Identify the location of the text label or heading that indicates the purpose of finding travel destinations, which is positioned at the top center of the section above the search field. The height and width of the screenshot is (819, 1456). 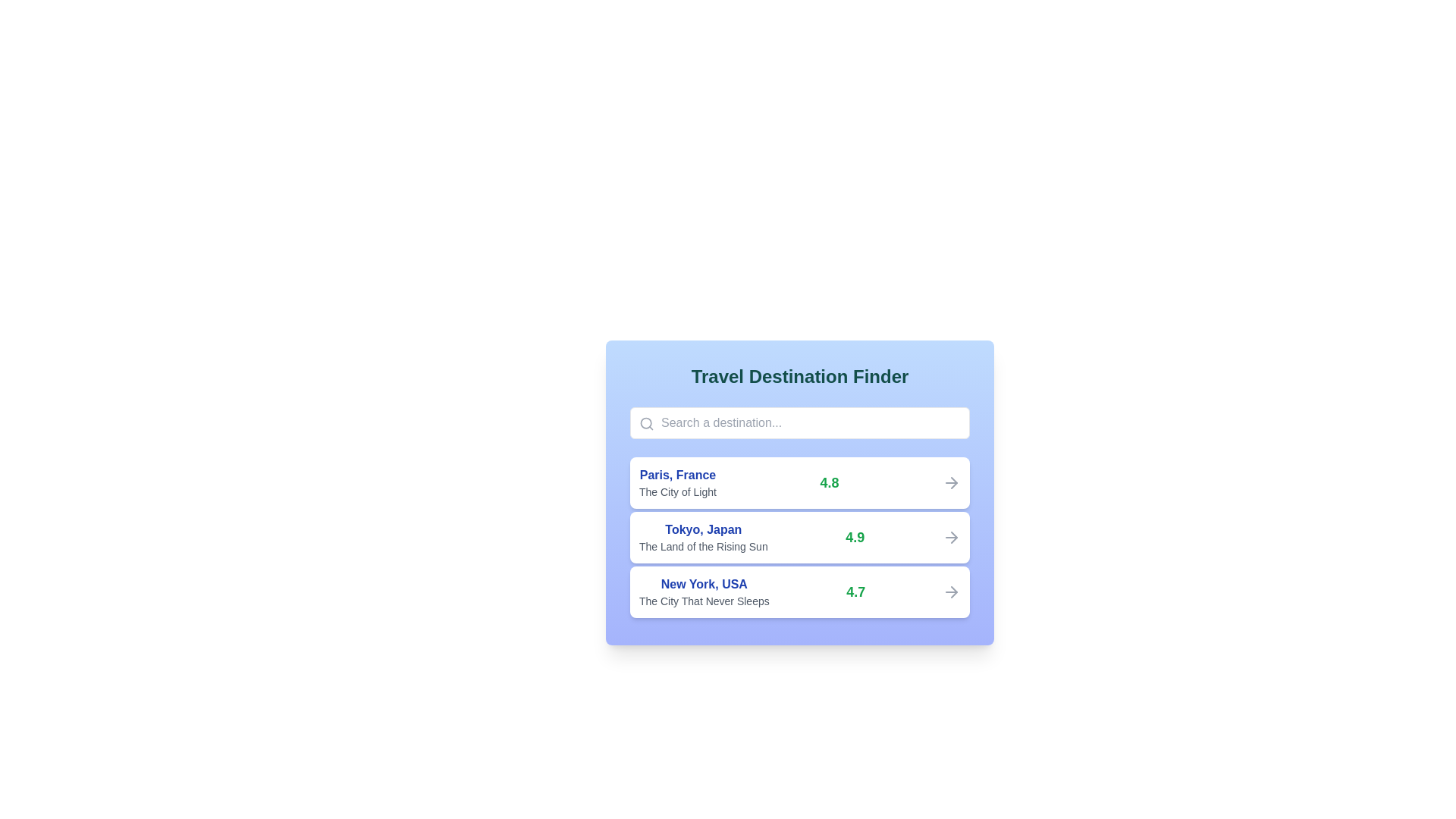
(799, 376).